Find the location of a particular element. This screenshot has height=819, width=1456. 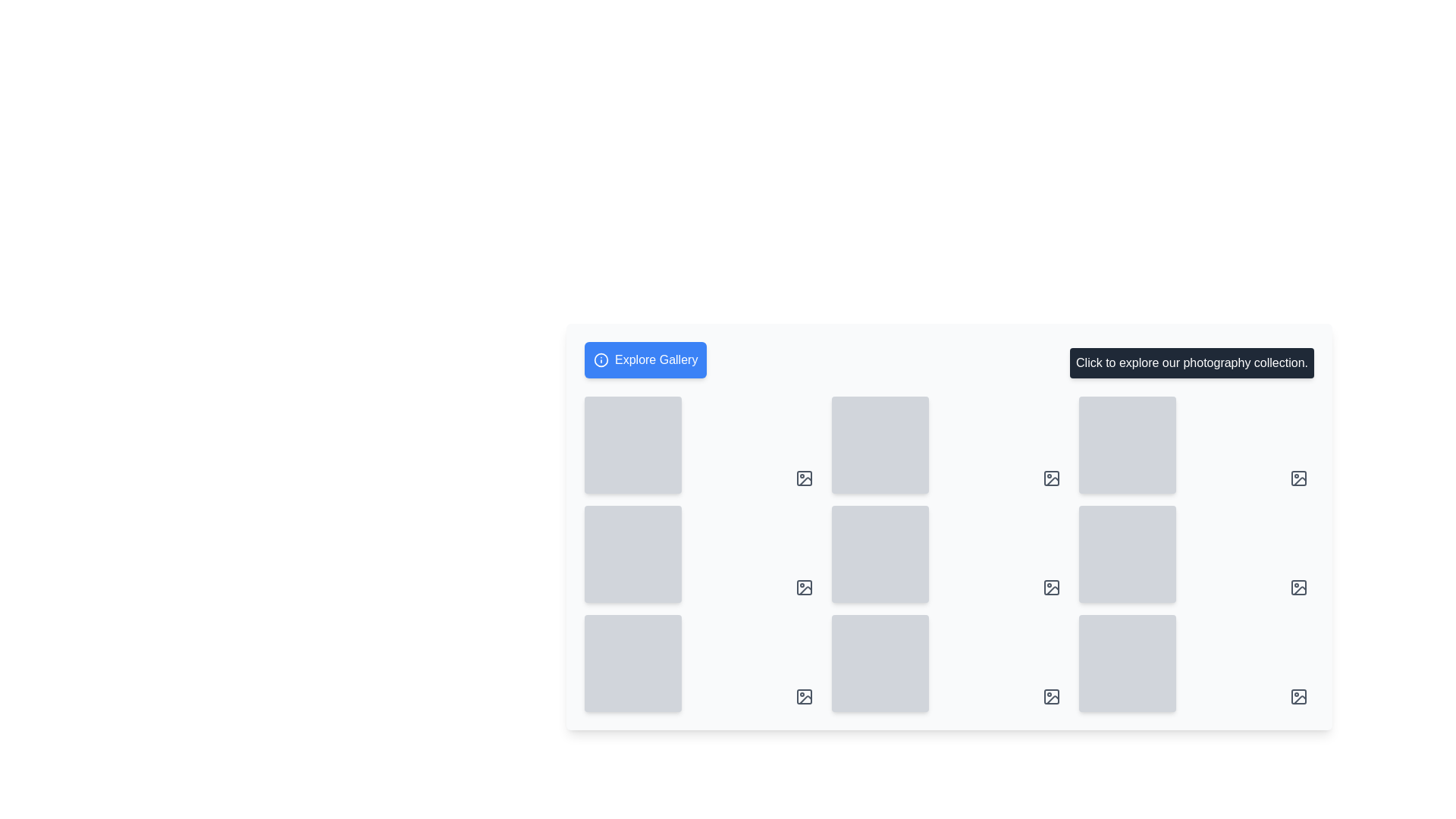

the second tile in the leftmost vertical column of tiles, which serves as a placeholder for displaying content is located at coordinates (633, 554).